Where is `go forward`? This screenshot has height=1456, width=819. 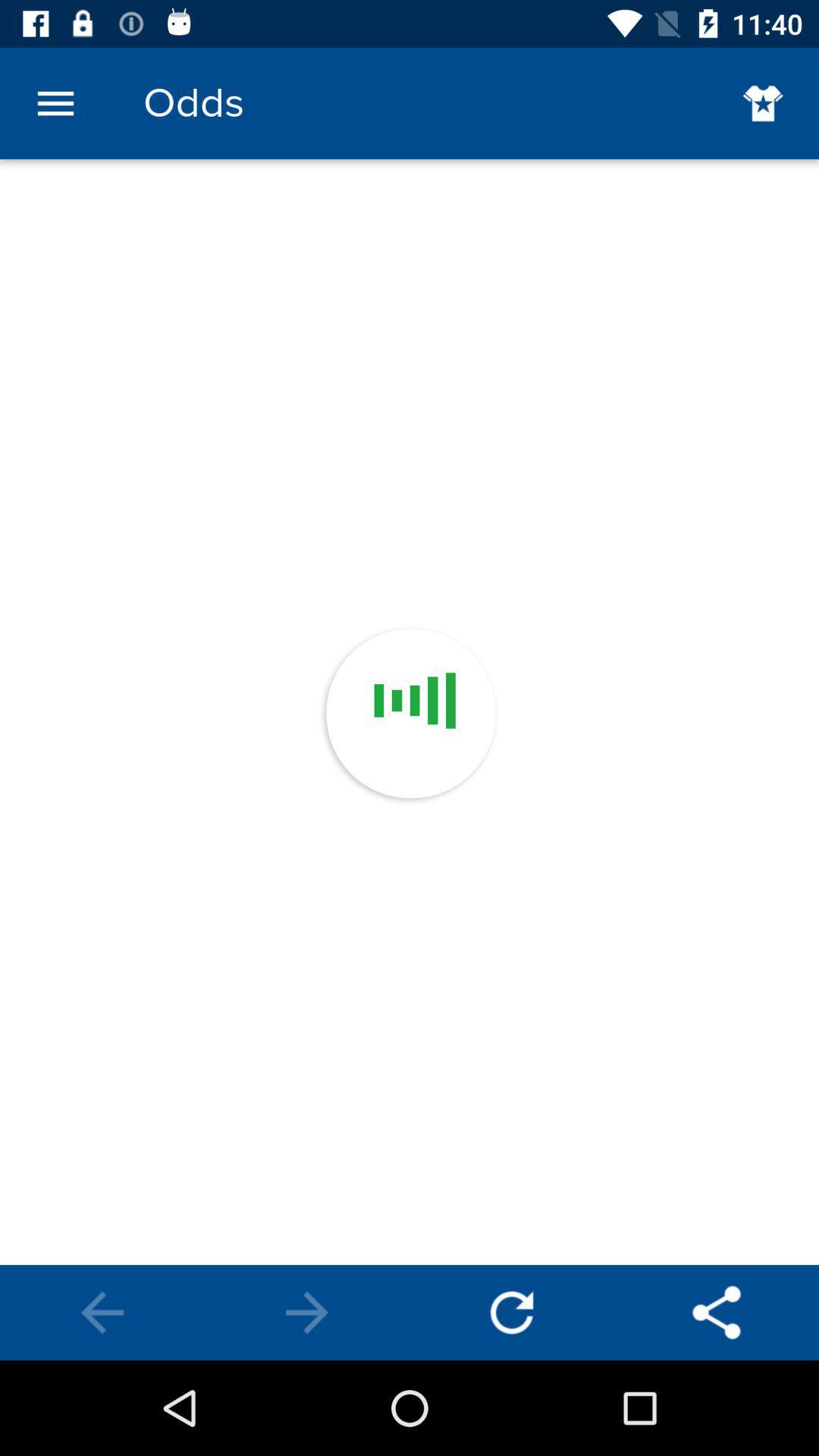
go forward is located at coordinates (307, 1312).